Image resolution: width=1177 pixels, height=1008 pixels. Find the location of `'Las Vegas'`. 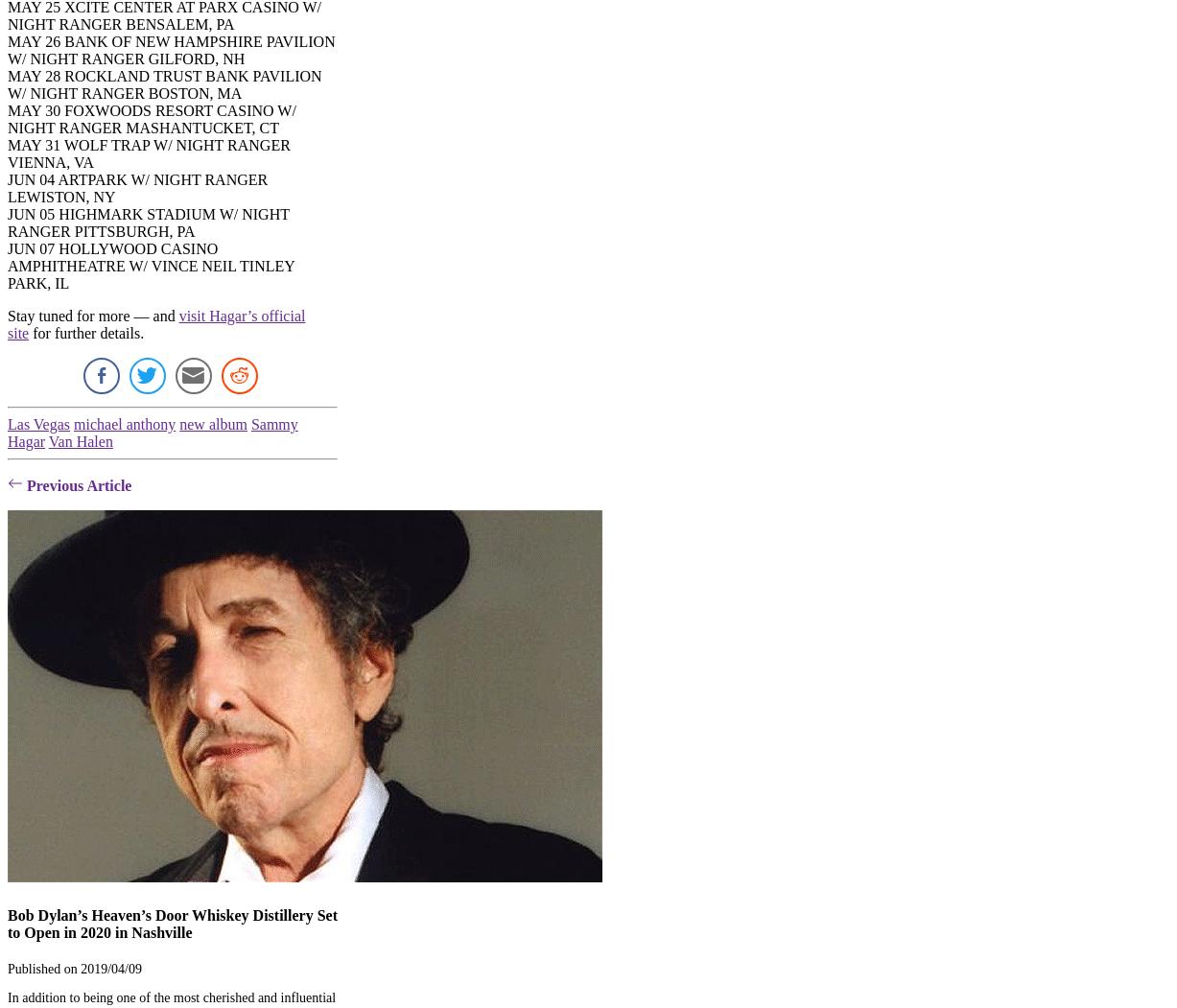

'Las Vegas' is located at coordinates (38, 424).